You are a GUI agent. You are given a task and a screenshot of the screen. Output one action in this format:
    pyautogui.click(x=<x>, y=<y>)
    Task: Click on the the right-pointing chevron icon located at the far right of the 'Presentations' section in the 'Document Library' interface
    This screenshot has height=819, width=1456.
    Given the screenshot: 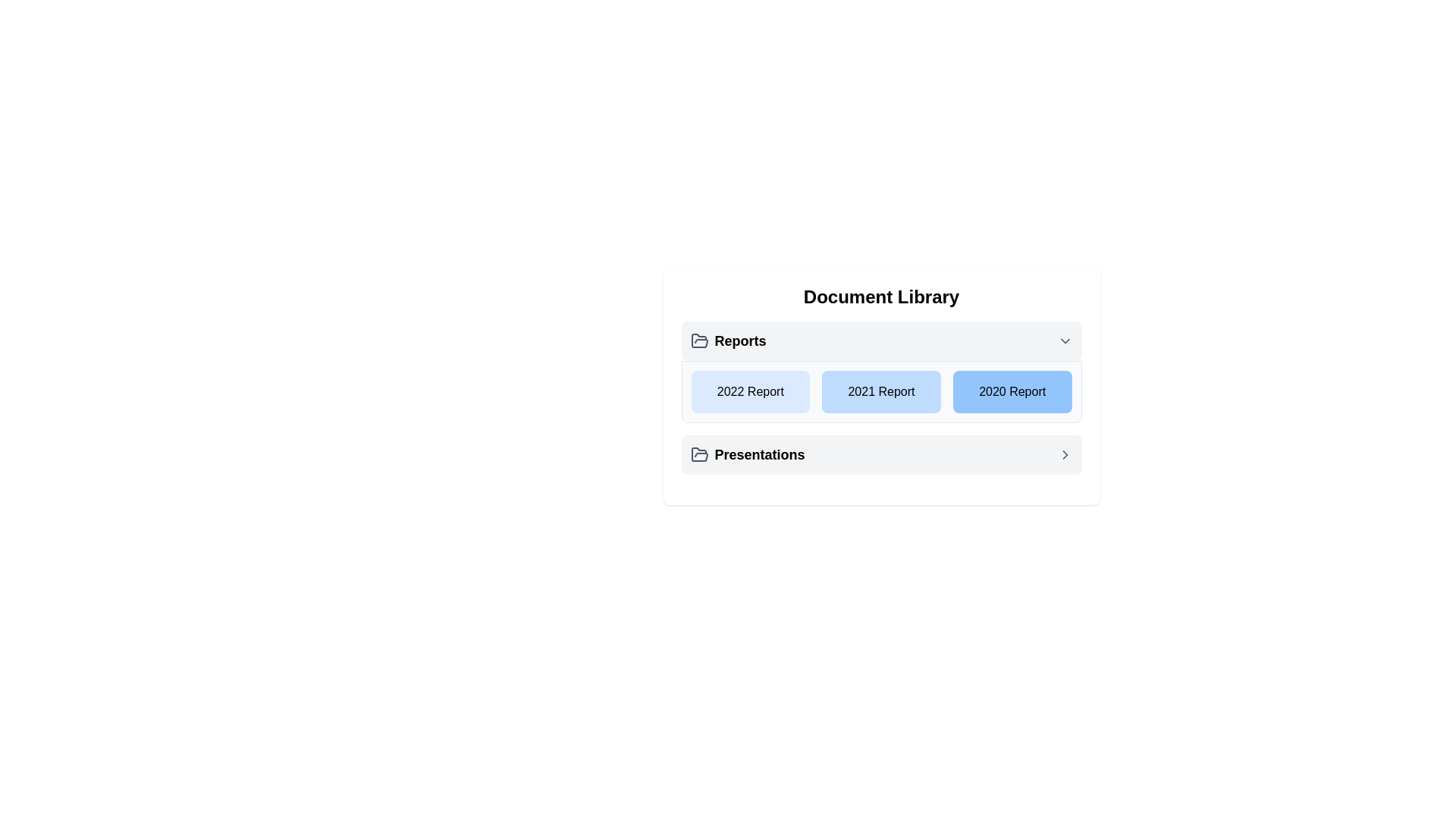 What is the action you would take?
    pyautogui.click(x=1064, y=454)
    